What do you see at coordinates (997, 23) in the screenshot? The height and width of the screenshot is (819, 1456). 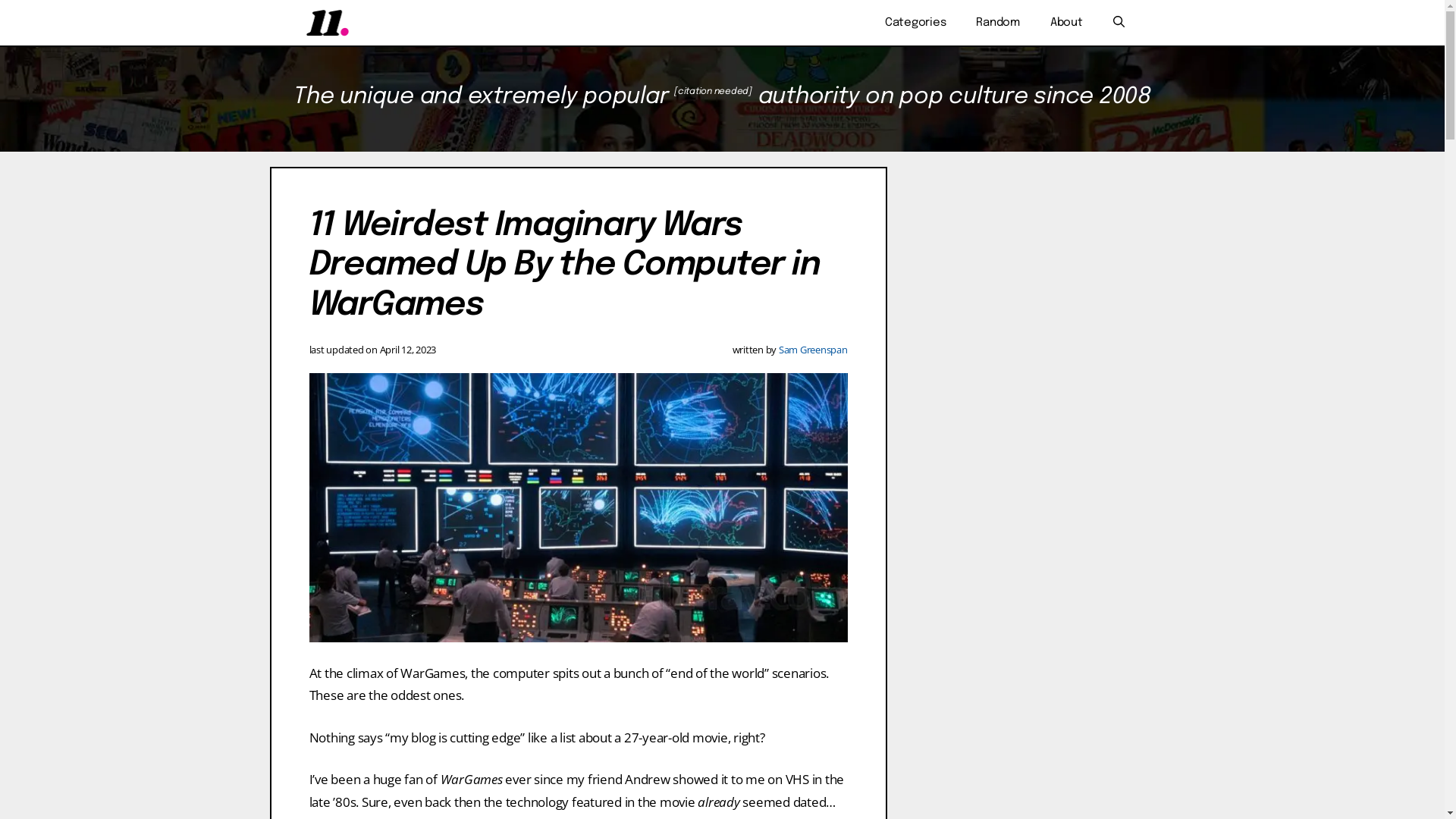 I see `'Random'` at bounding box center [997, 23].